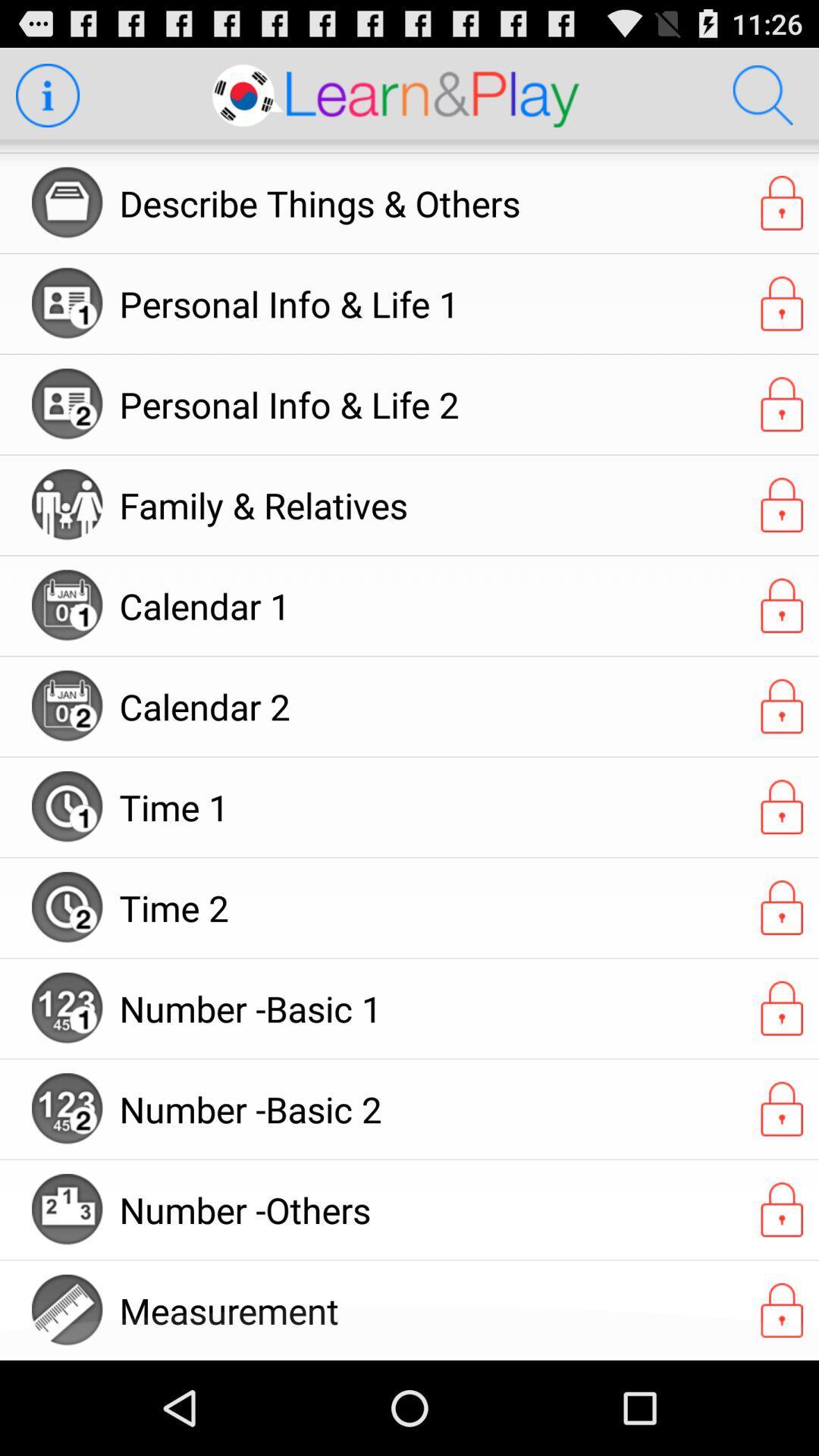 Image resolution: width=819 pixels, height=1456 pixels. I want to click on more information, so click(46, 94).